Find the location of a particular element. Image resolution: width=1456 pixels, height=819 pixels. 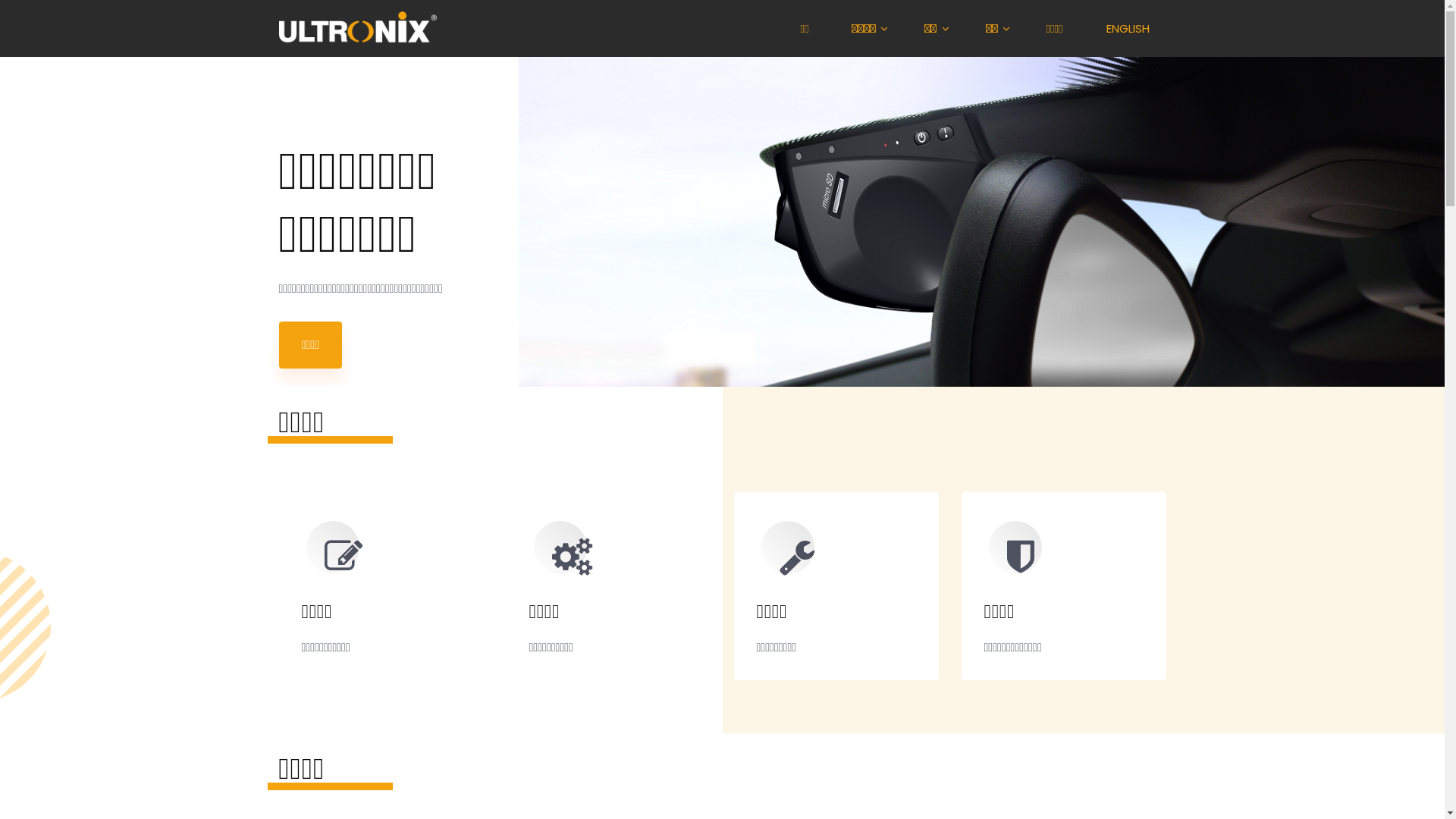

'ENGLISH' is located at coordinates (1131, 29).